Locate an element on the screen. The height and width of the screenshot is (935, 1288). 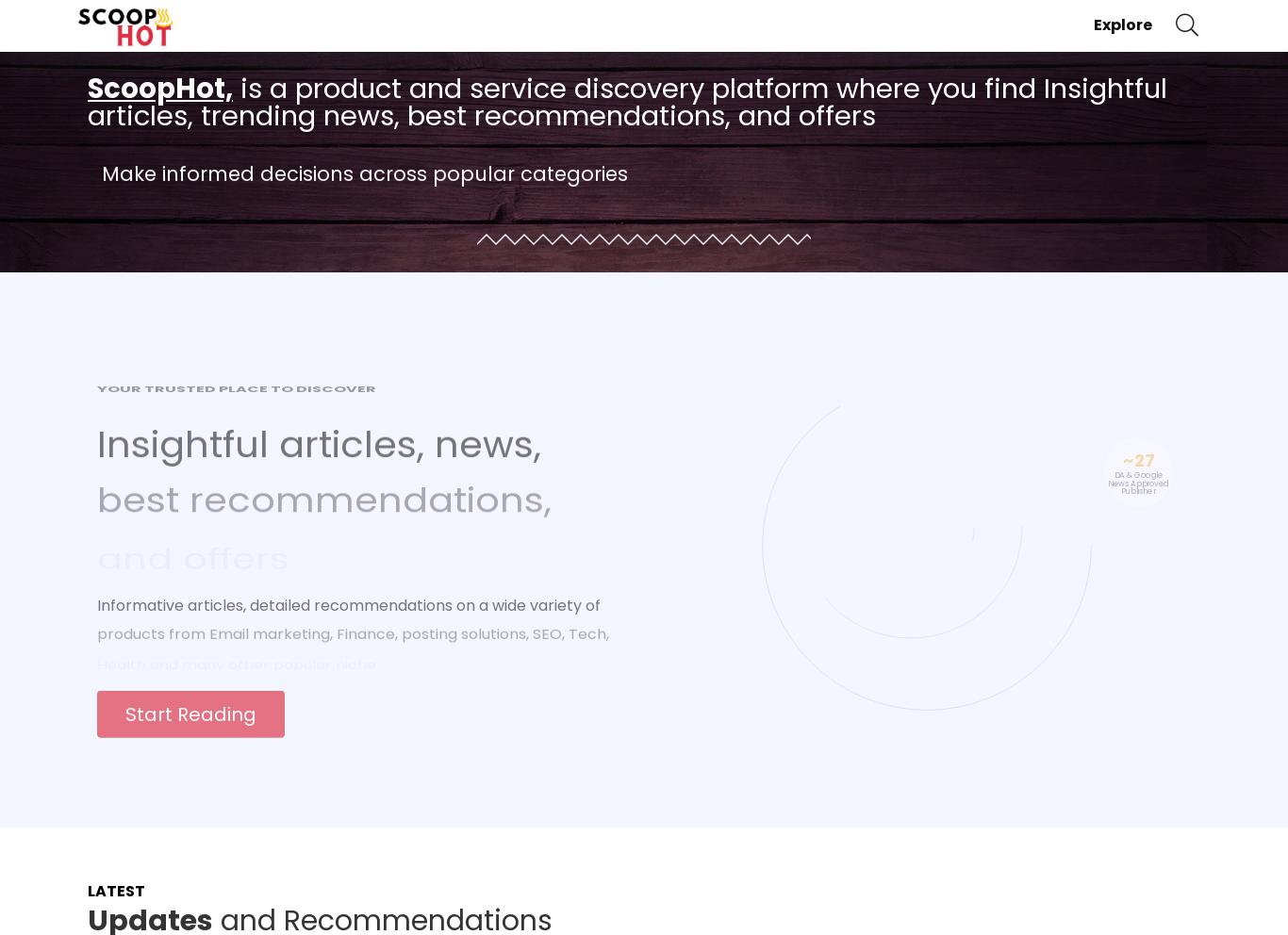
'~' is located at coordinates (1120, 452).